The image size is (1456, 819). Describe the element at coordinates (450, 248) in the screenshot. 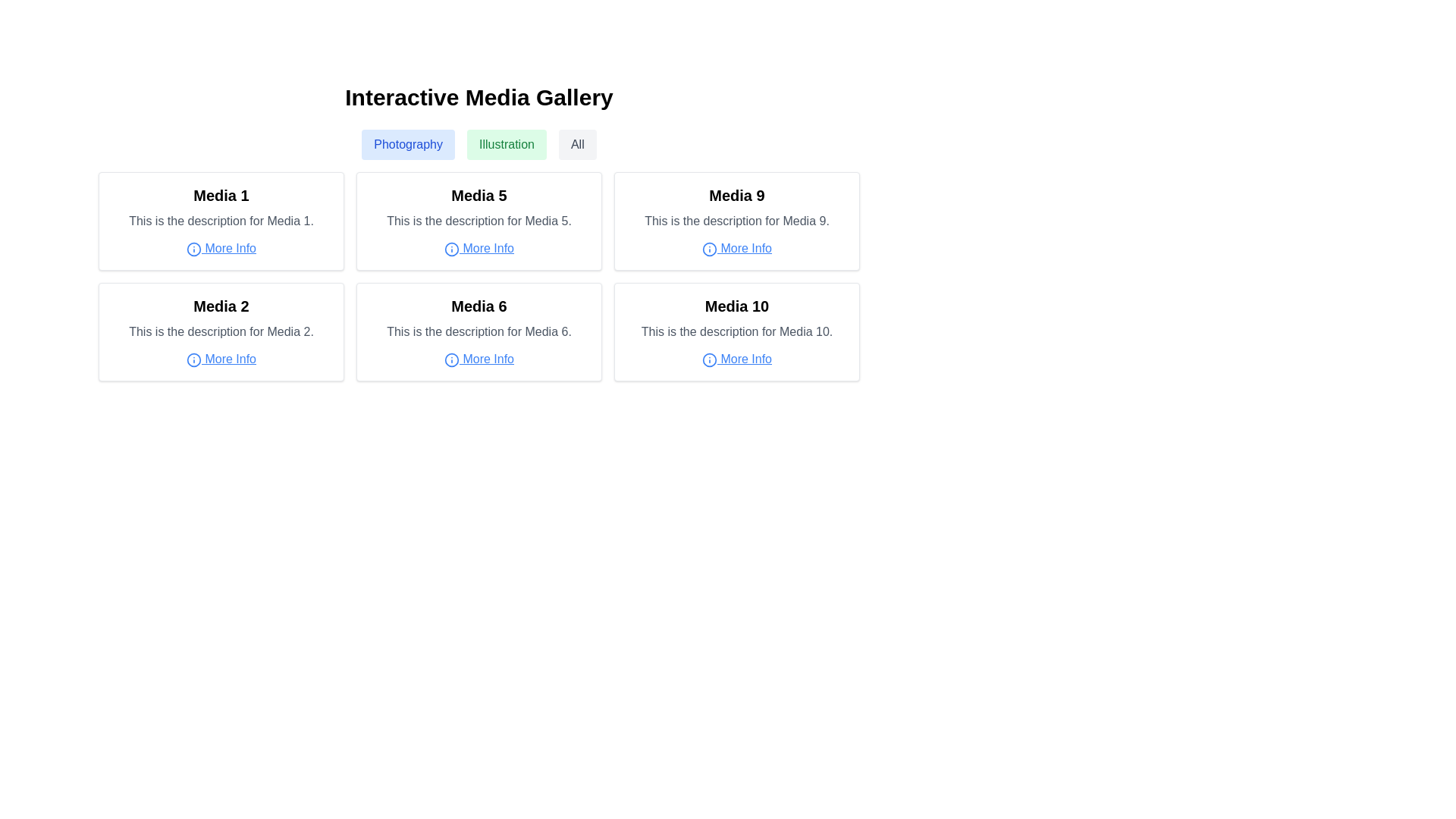

I see `the circular element of the information icon within the 'Media 5' card, which is styled in a minimalist monochromatic design` at that location.